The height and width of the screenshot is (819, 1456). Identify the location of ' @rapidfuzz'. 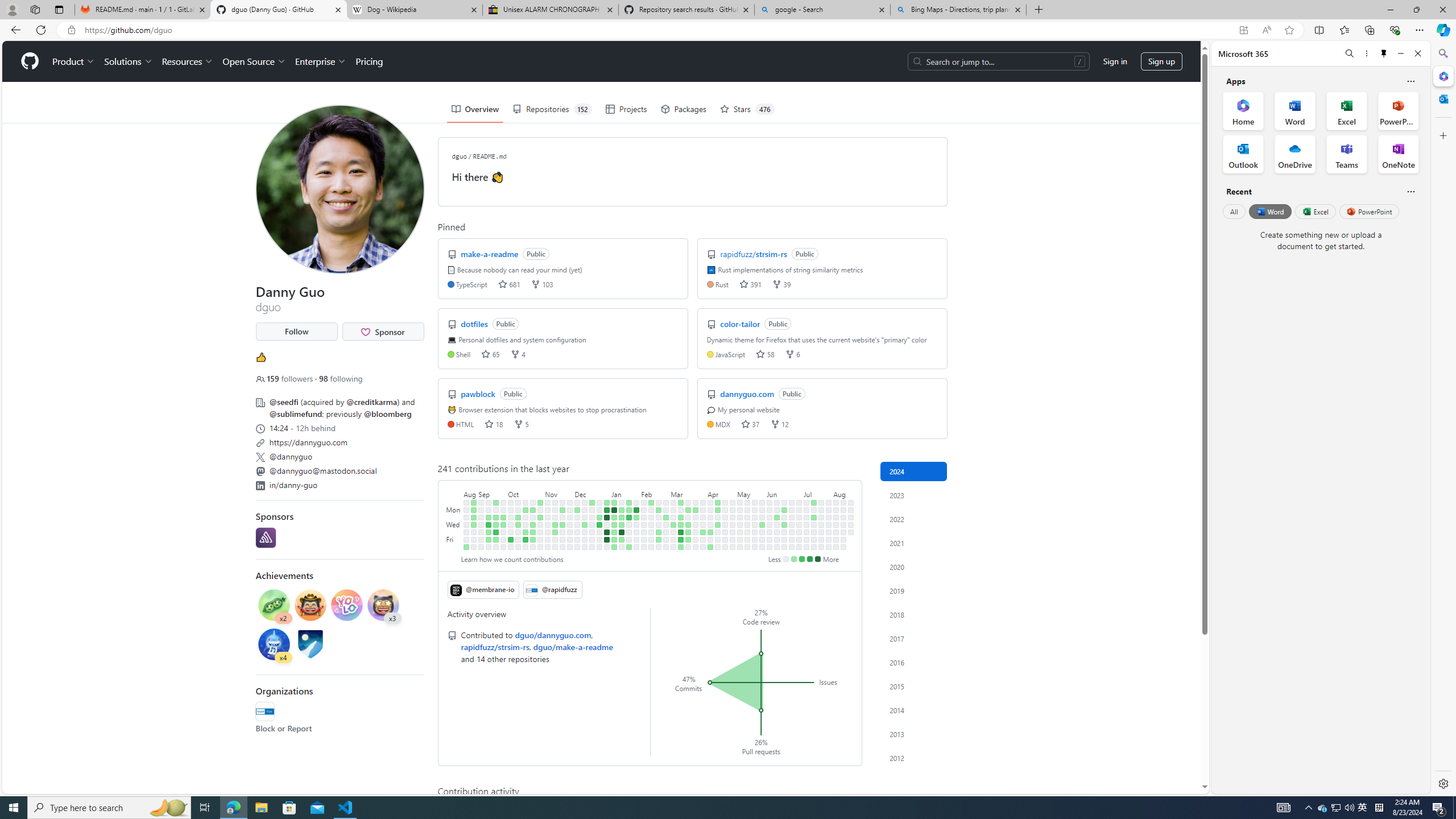
(552, 589).